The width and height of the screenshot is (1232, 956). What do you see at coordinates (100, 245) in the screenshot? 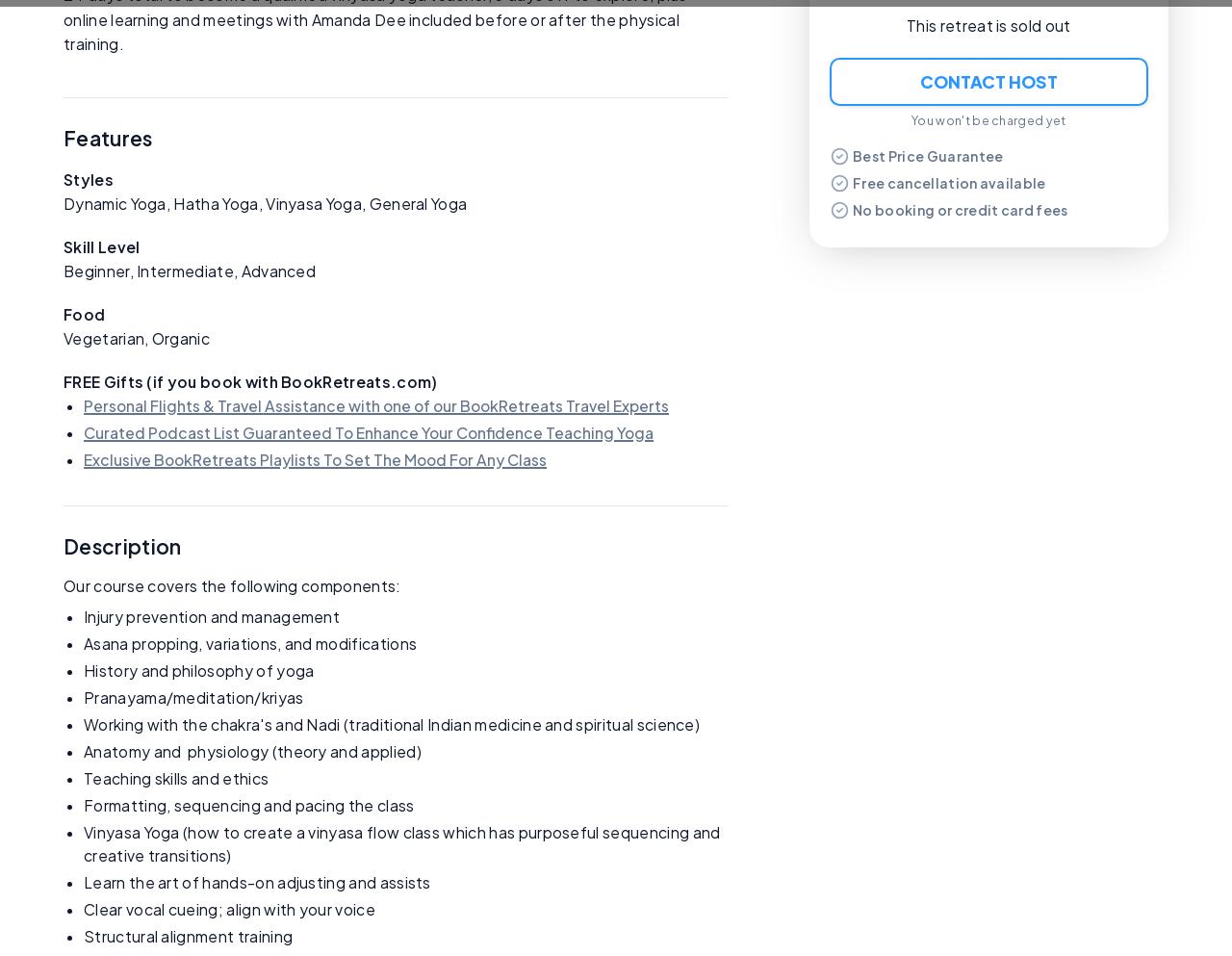
I see `'Skill Level'` at bounding box center [100, 245].